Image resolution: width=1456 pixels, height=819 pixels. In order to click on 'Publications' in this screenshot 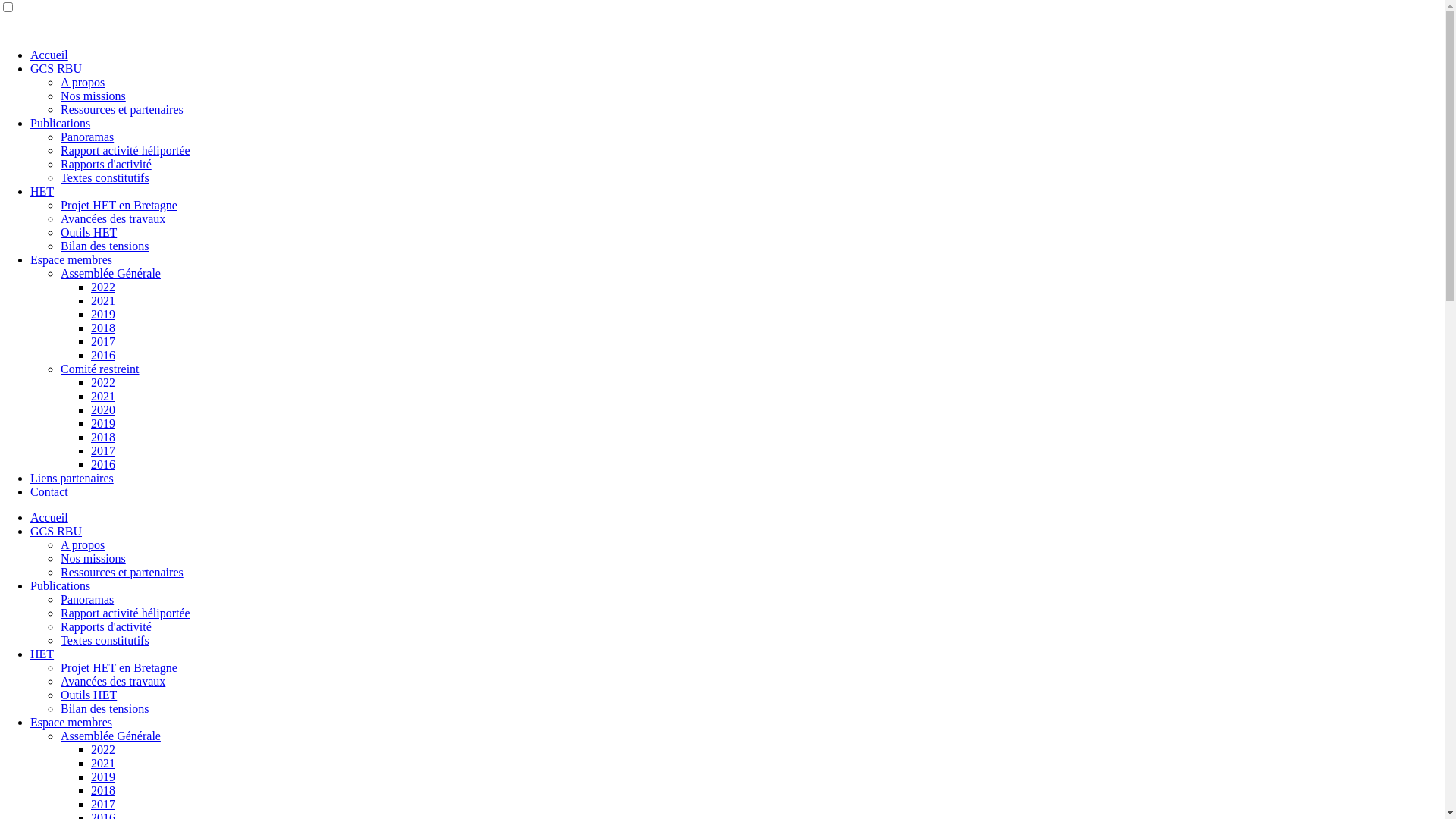, I will do `click(60, 585)`.